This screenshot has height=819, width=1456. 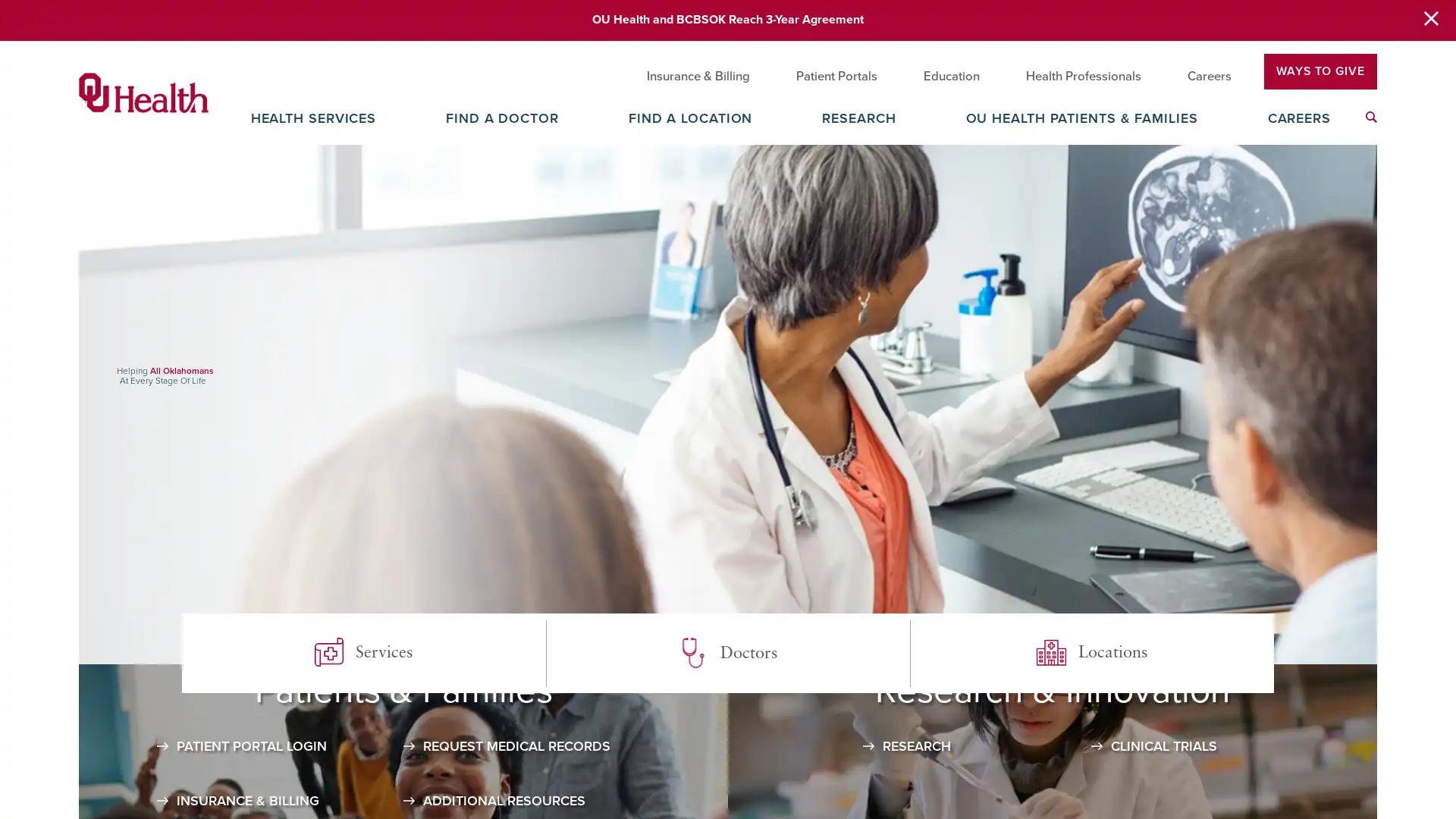 I want to click on Close Warning Alert, so click(x=1429, y=20).